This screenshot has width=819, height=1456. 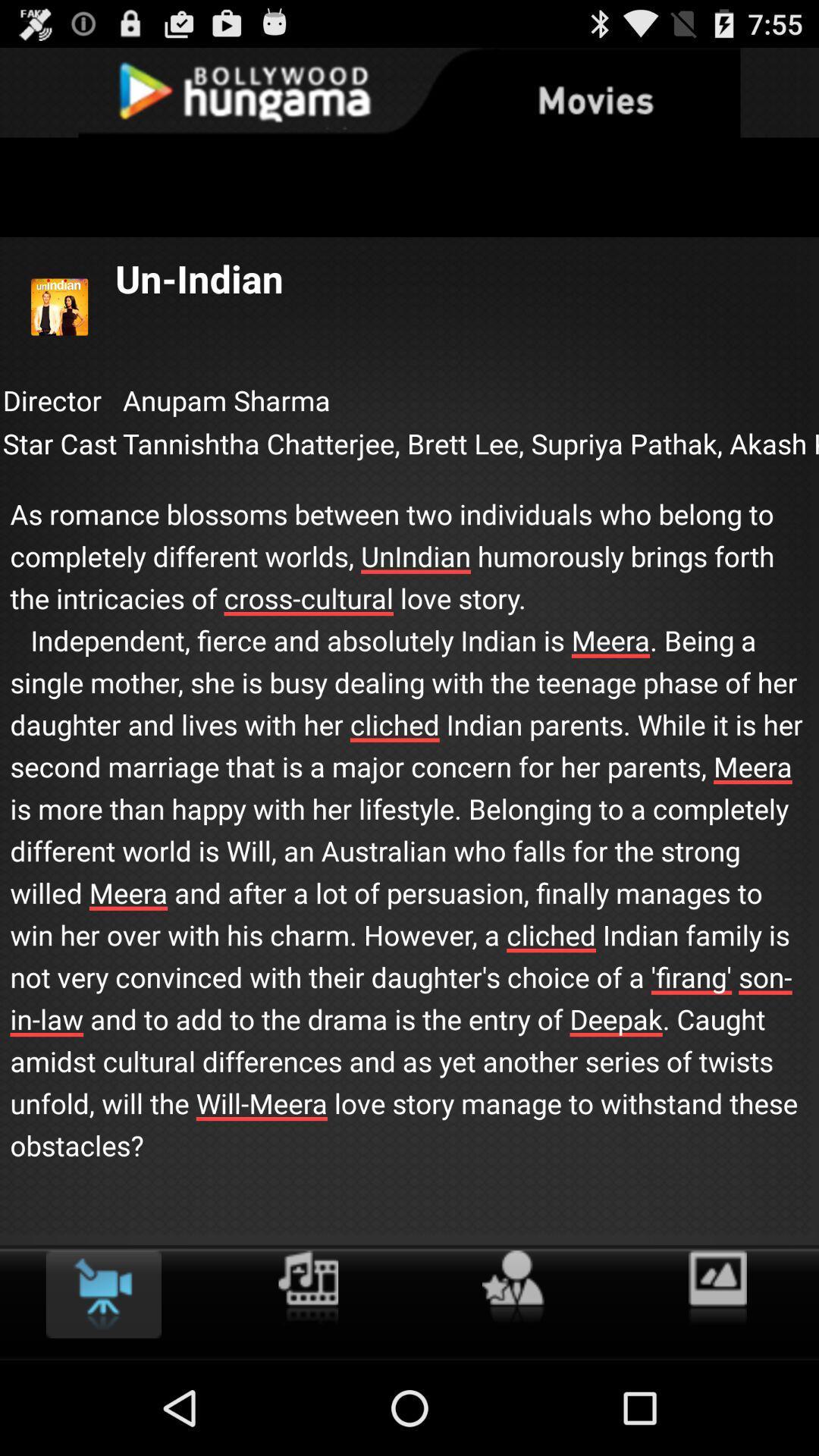 I want to click on see pictures, so click(x=717, y=1288).